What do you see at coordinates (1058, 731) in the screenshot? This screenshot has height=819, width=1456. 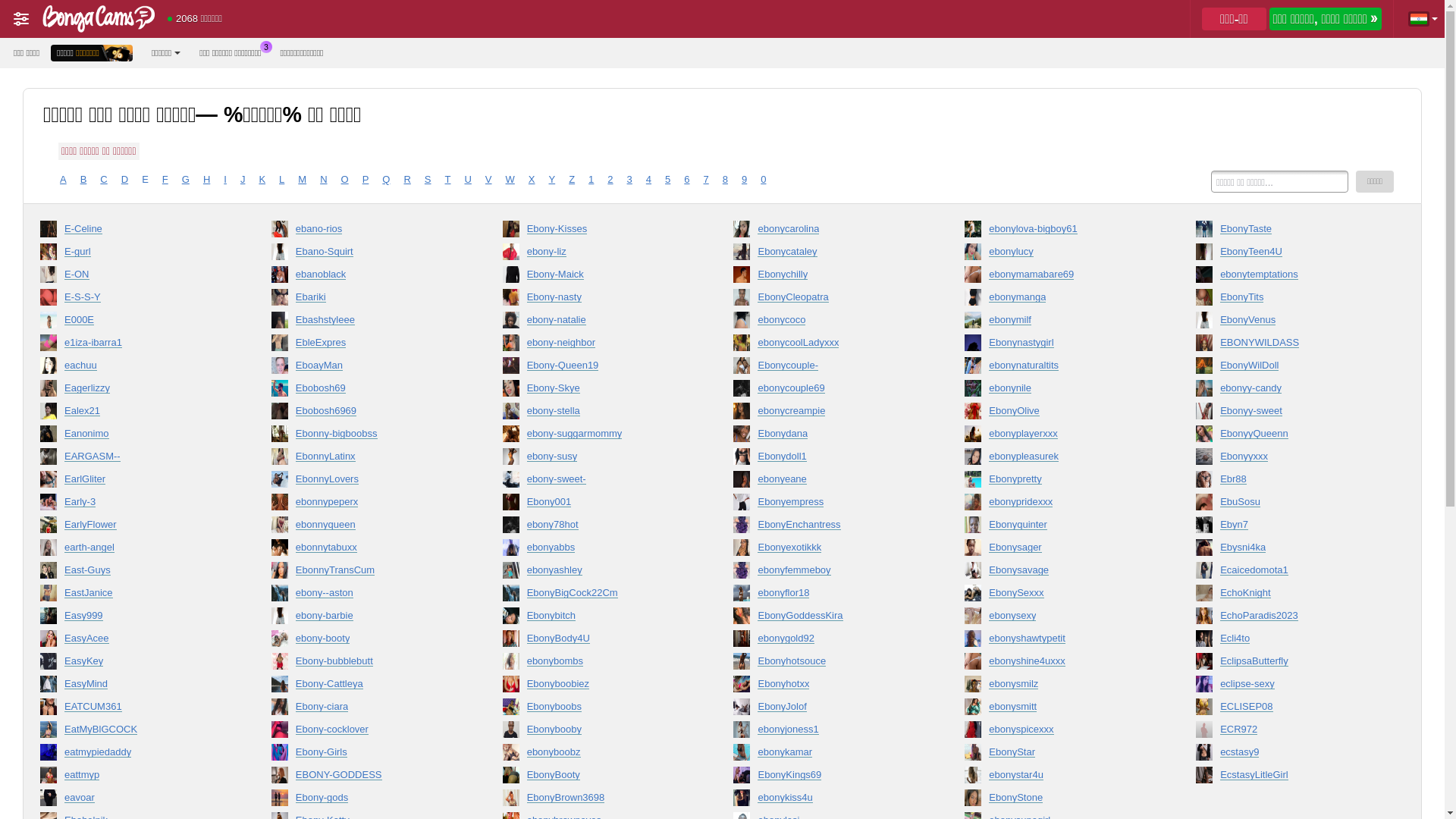 I see `'ebonyspicexxx'` at bounding box center [1058, 731].